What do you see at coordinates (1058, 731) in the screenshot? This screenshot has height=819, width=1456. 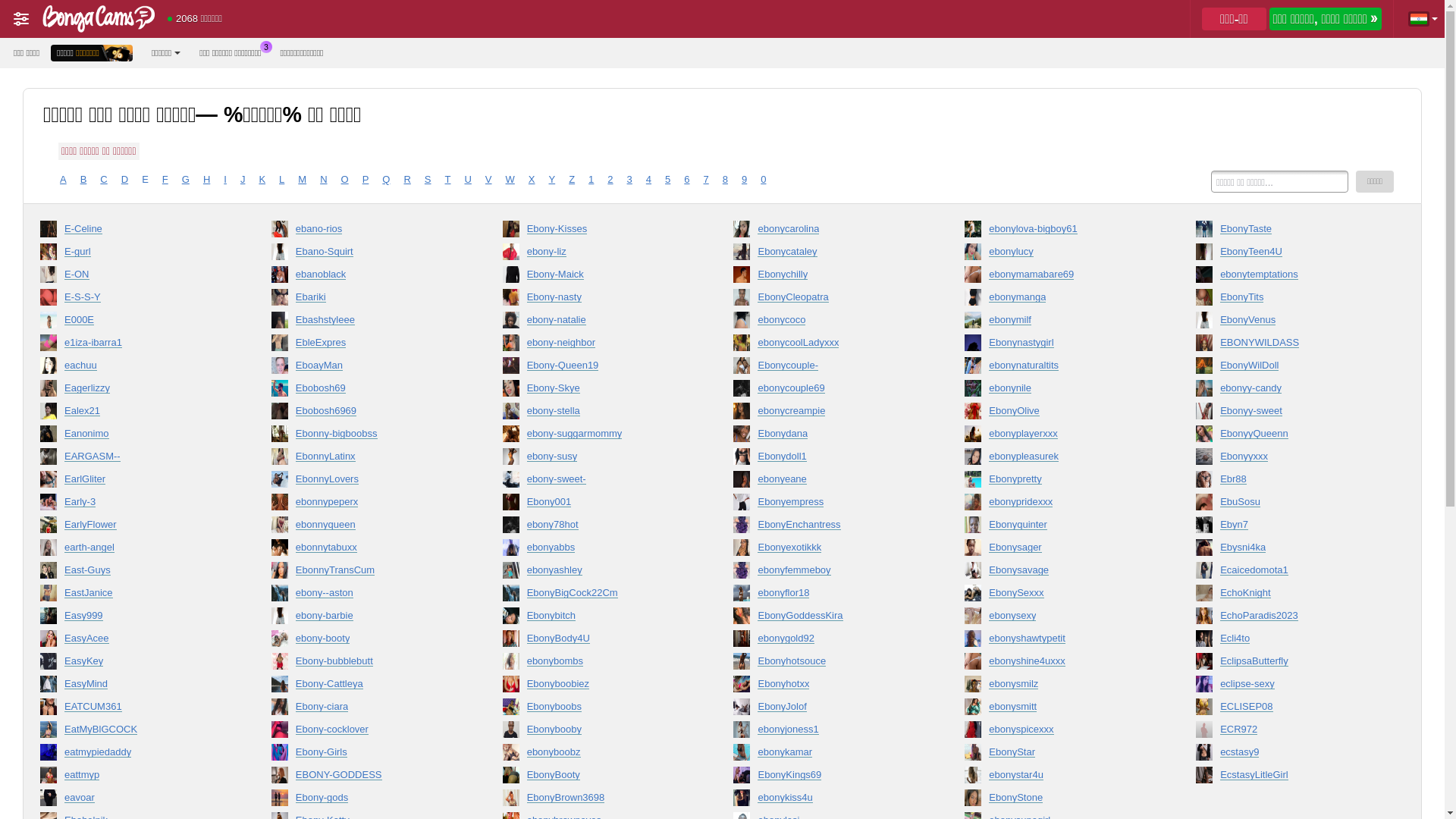 I see `'ebonyspicexxx'` at bounding box center [1058, 731].